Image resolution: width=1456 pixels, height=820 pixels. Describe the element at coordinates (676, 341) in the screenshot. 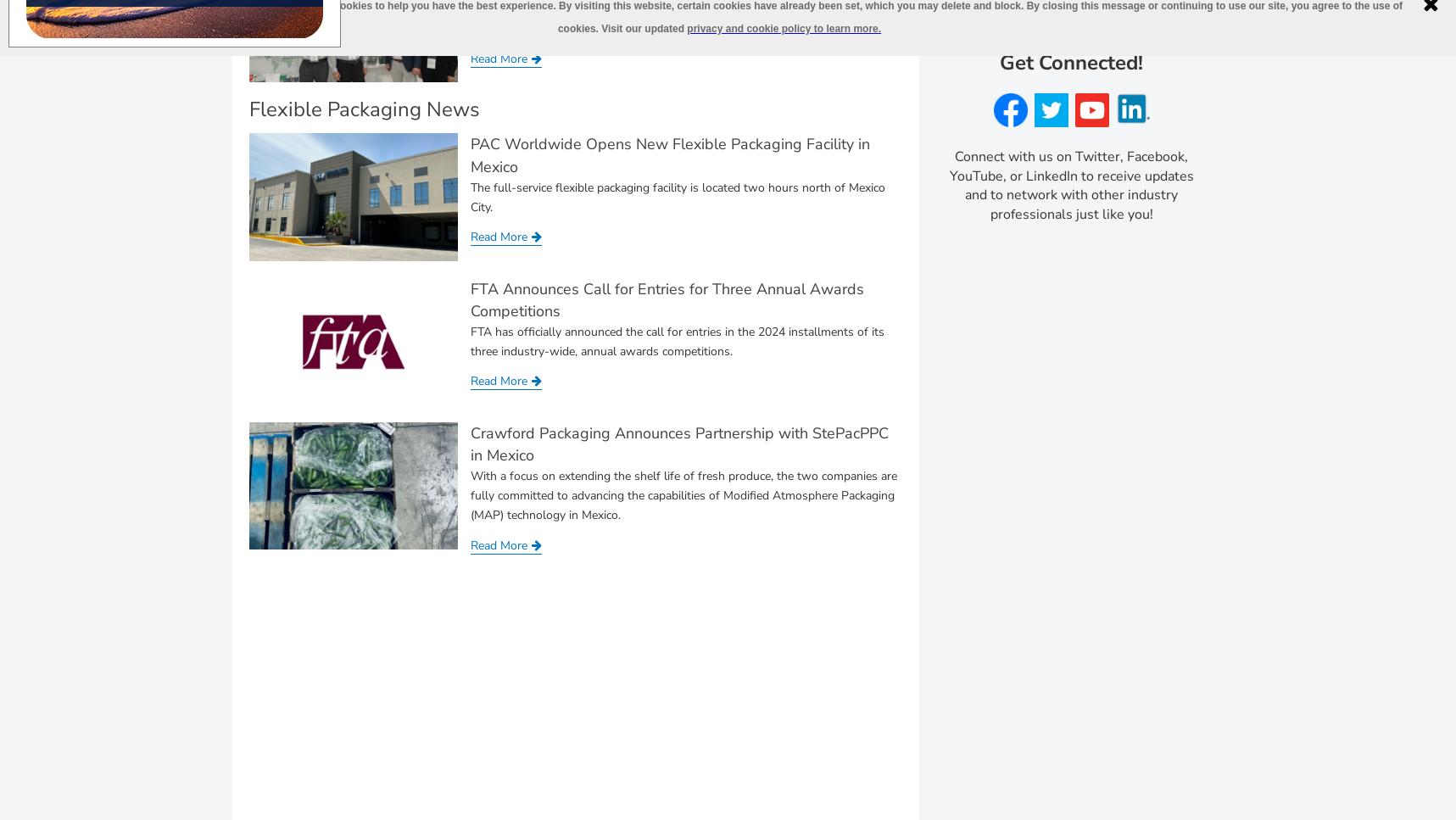

I see `'FTA has officially announced the call for entries in the 2024 installments of its three industry-wide, annual awards competitions.'` at that location.